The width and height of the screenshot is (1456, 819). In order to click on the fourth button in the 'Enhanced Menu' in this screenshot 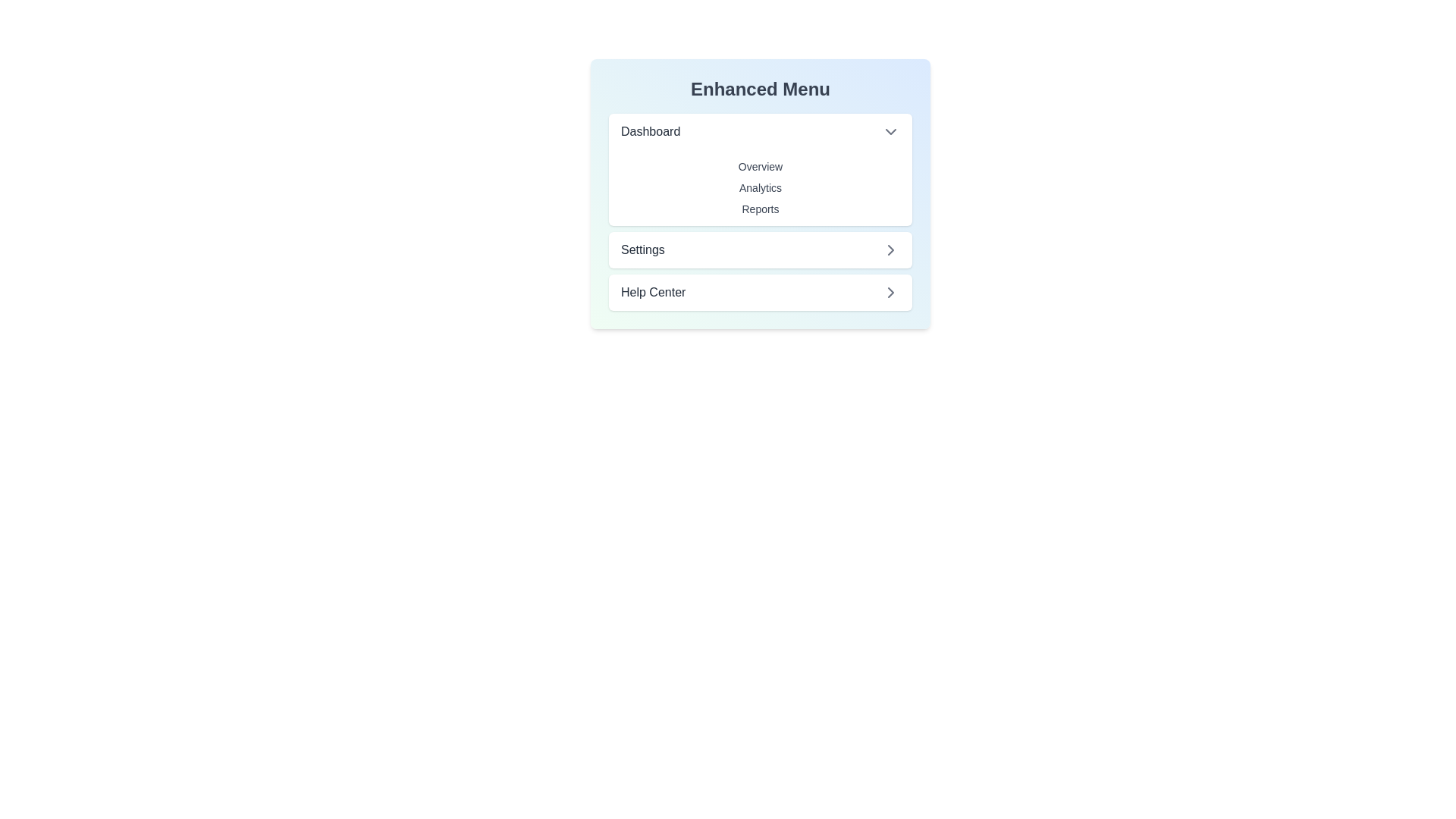, I will do `click(761, 249)`.